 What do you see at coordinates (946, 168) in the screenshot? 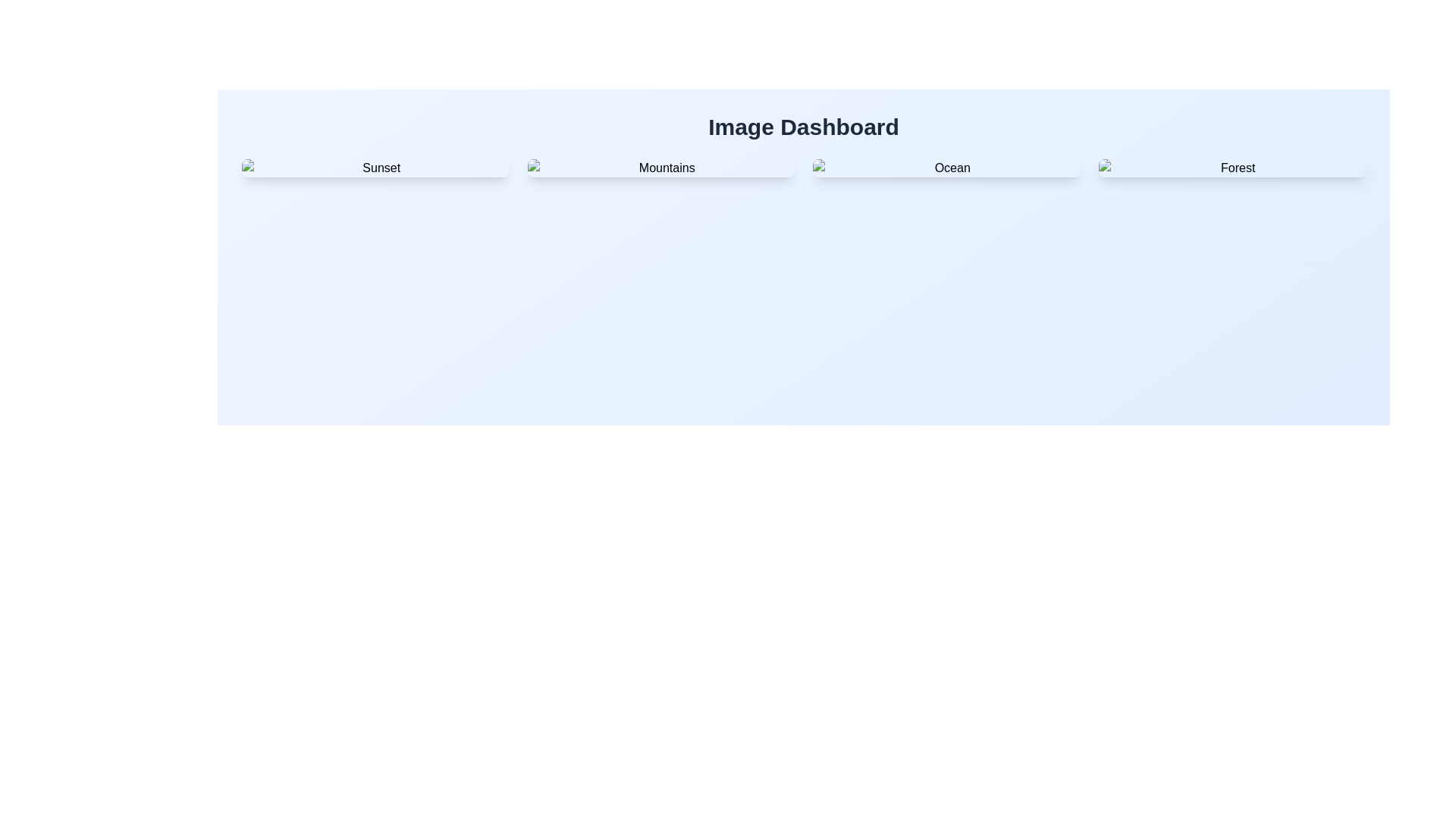
I see `the 'Ocean' category button, which is the third item in a four-column grid layout, positioned between 'Mountains' and 'Forest'` at bounding box center [946, 168].